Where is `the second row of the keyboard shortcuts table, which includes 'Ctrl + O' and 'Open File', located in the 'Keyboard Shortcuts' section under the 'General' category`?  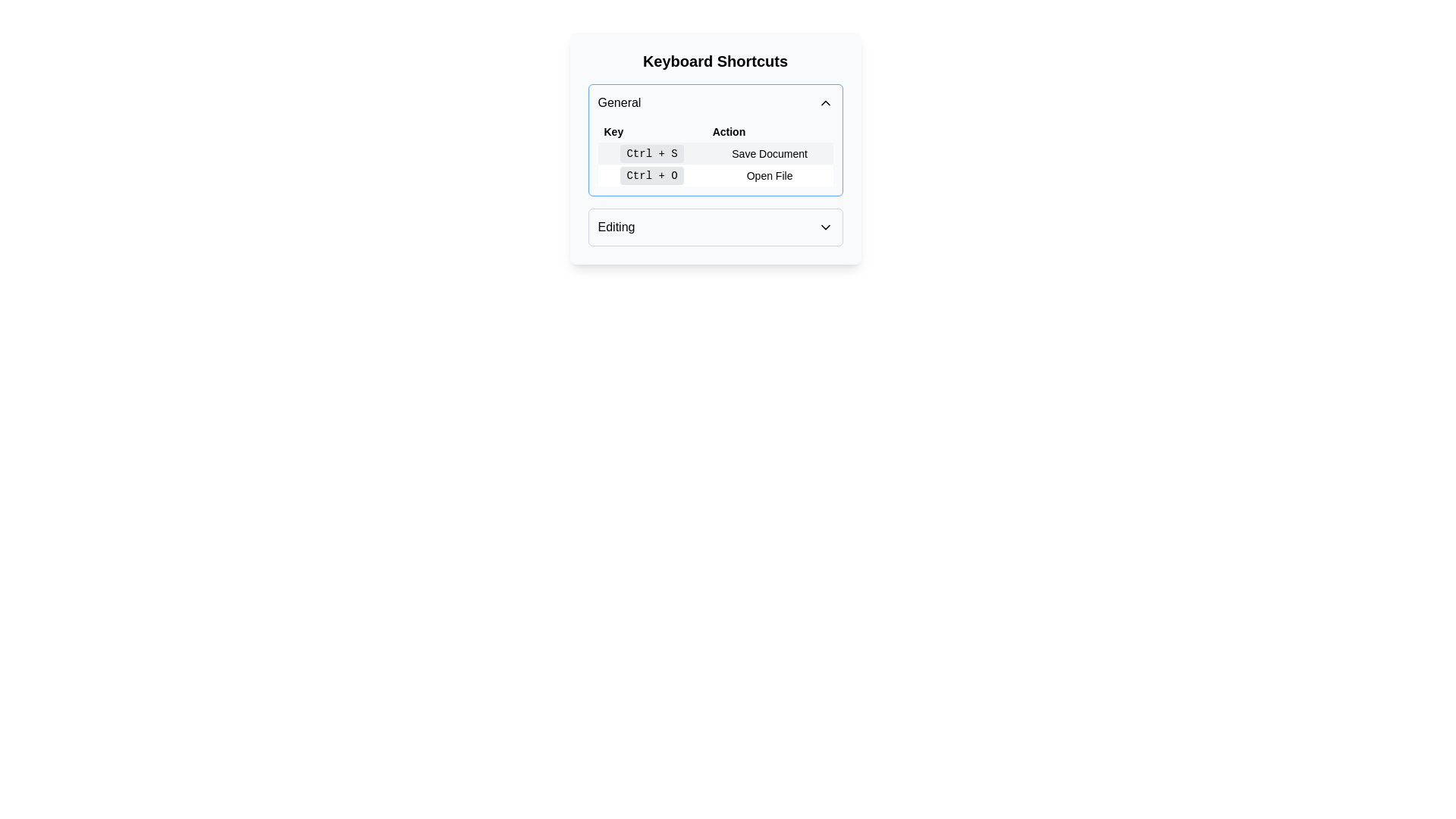
the second row of the keyboard shortcuts table, which includes 'Ctrl + O' and 'Open File', located in the 'Keyboard Shortcuts' section under the 'General' category is located at coordinates (714, 164).